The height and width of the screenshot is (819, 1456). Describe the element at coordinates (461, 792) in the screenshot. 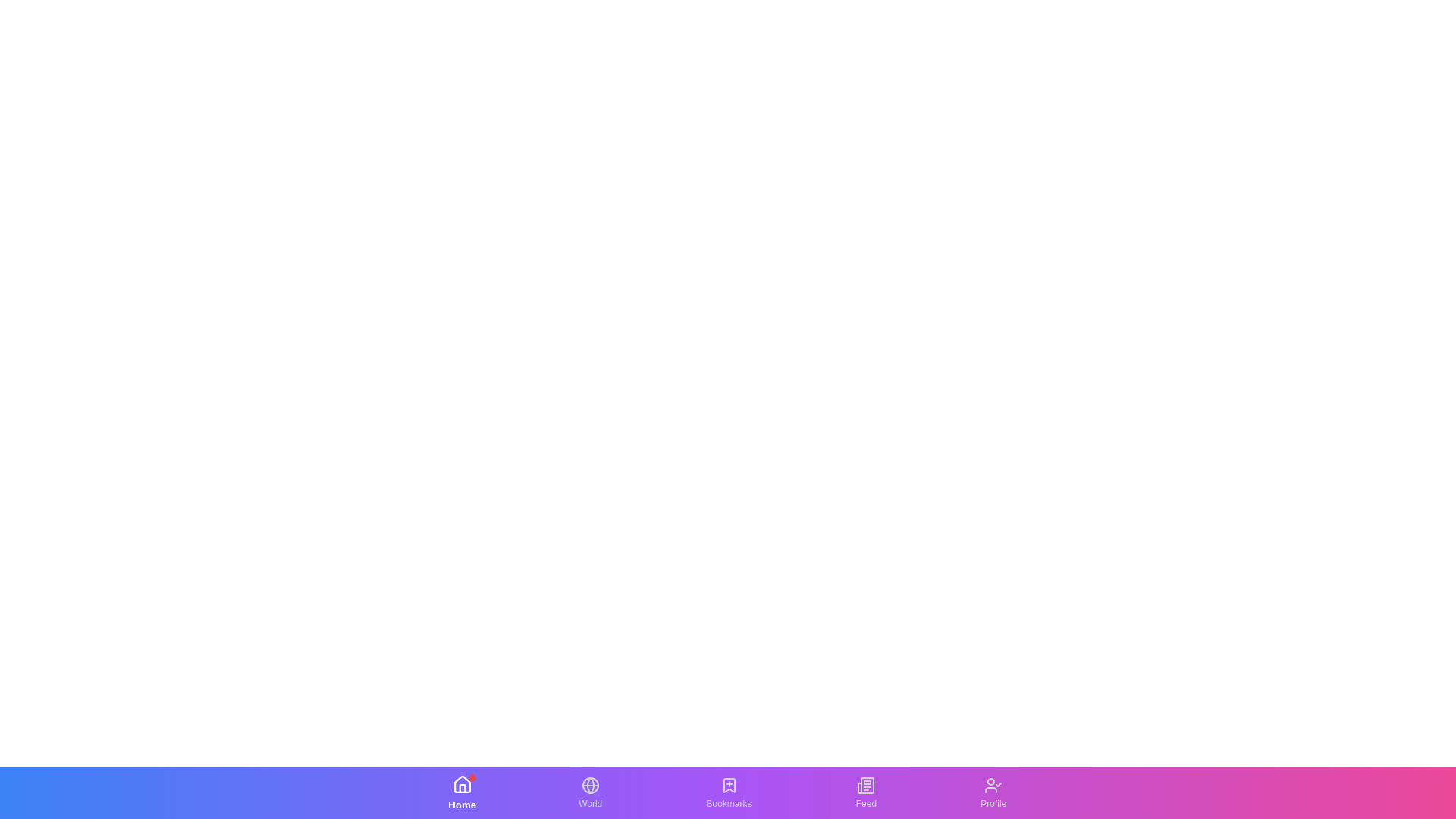

I see `the Home tab in the bottom navigation bar` at that location.